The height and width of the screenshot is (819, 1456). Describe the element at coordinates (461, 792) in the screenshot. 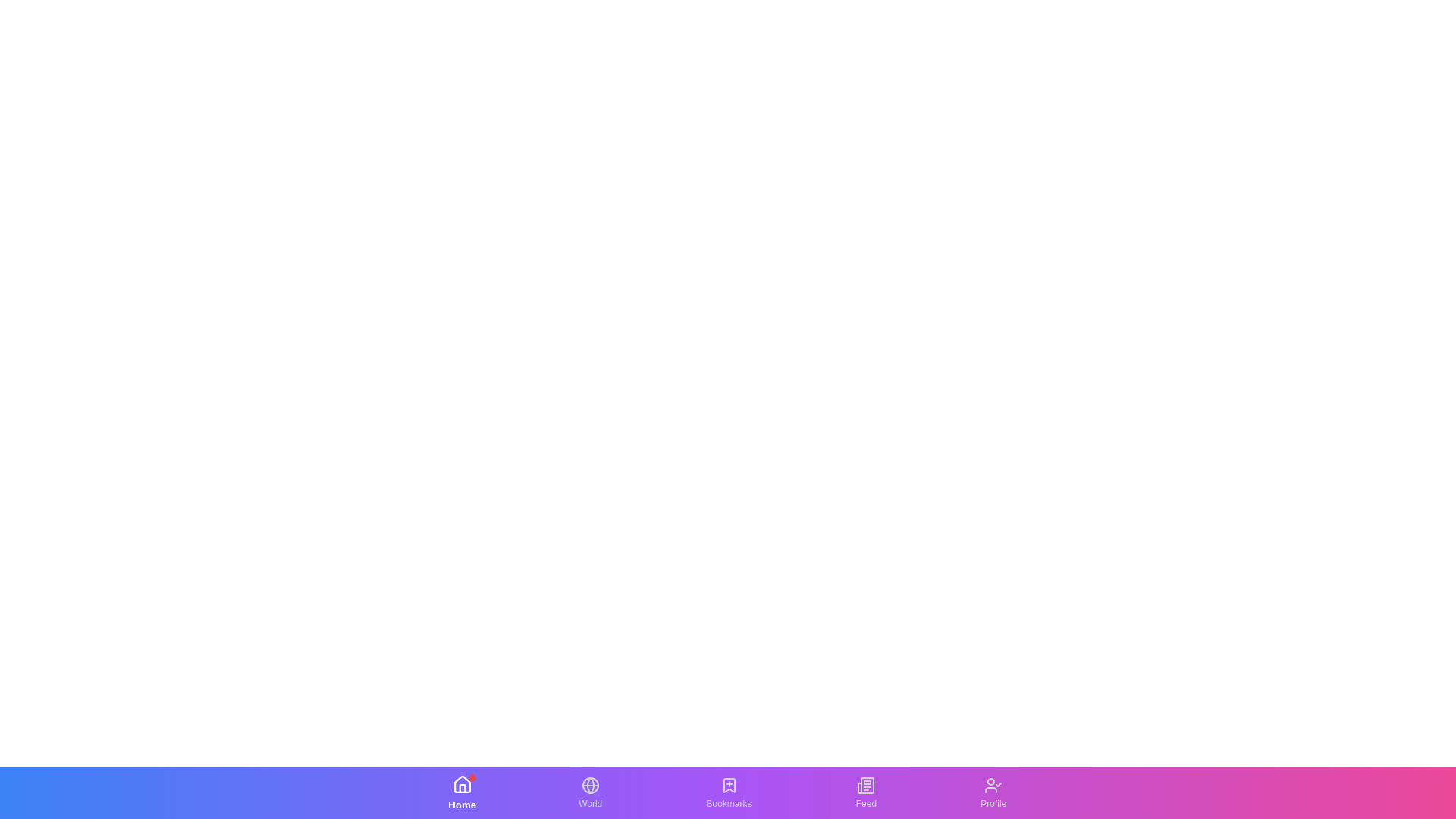

I see `the Home tab in the bottom navigation bar` at that location.